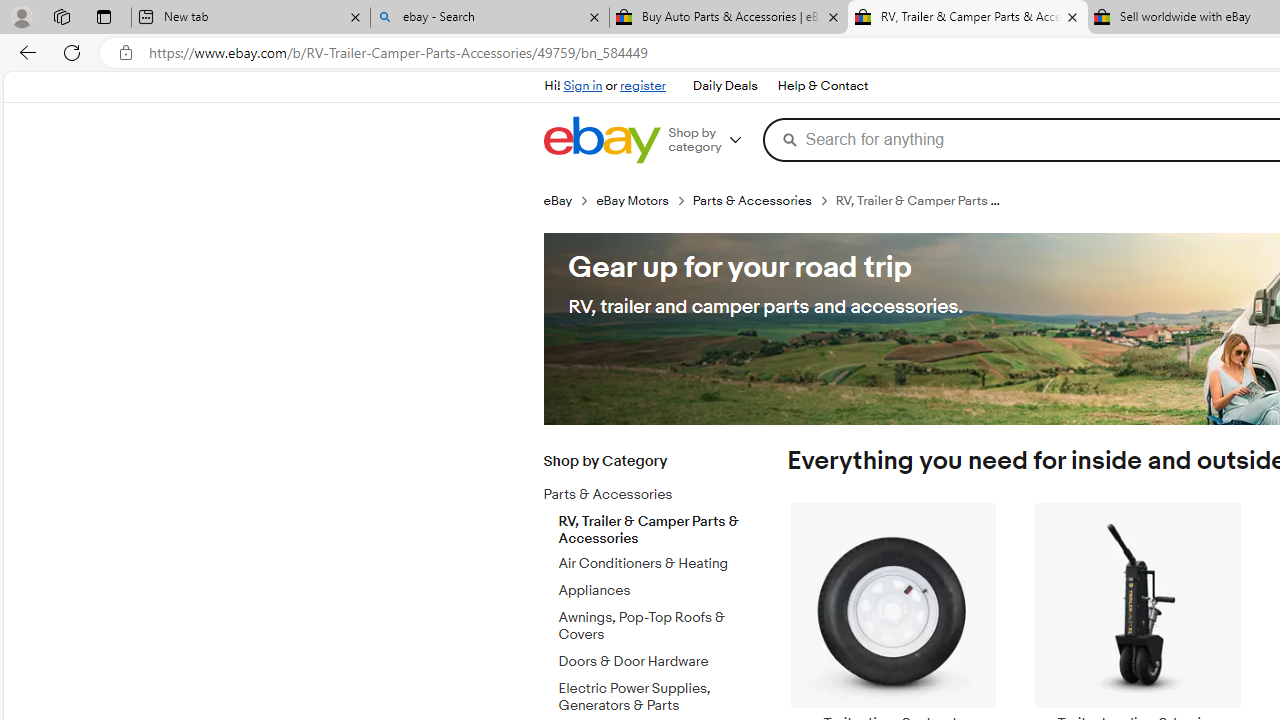  I want to click on 'Air Conditioners & Heating', so click(653, 564).